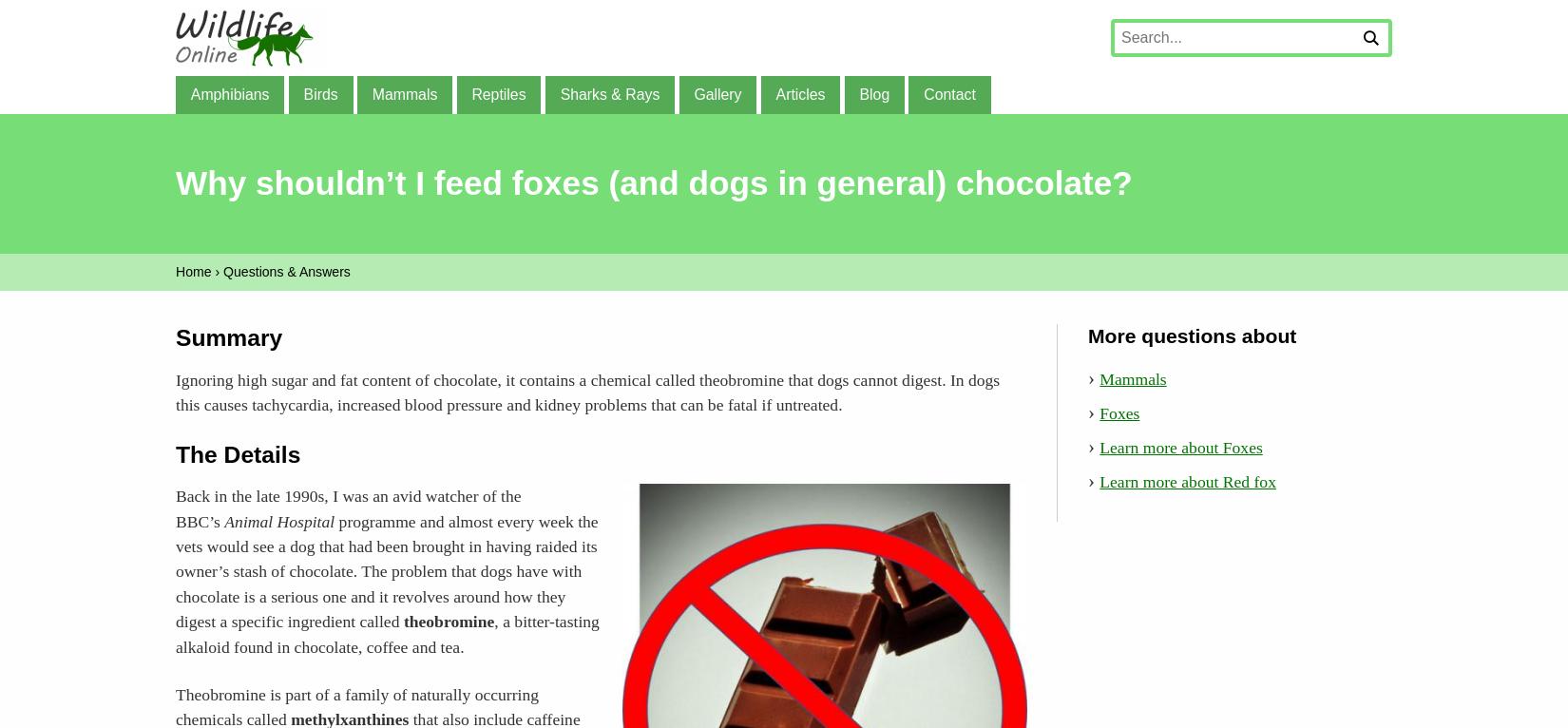 This screenshot has height=728, width=1568. I want to click on 'Contact', so click(949, 92).